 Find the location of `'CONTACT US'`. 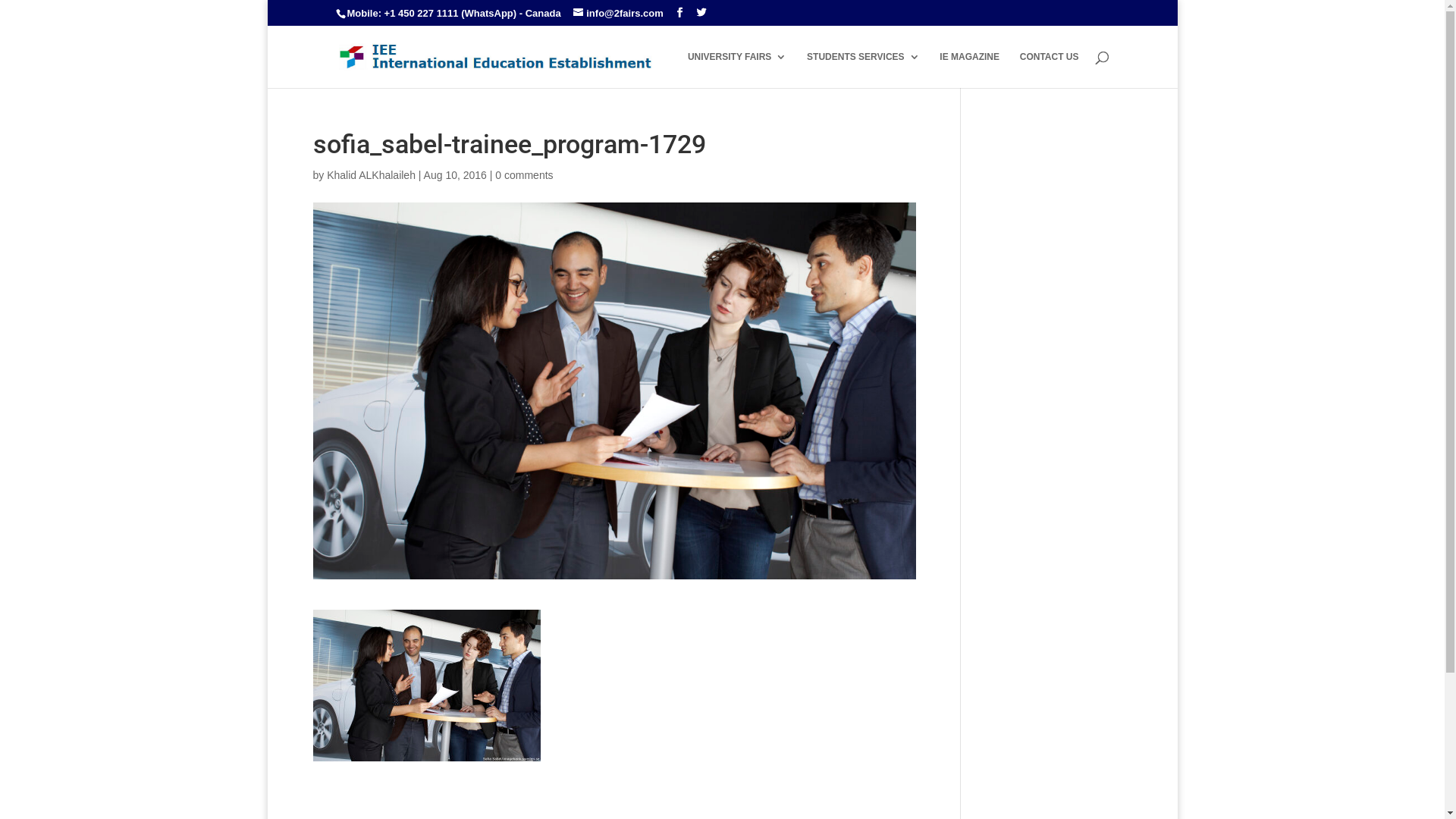

'CONTACT US' is located at coordinates (1048, 70).